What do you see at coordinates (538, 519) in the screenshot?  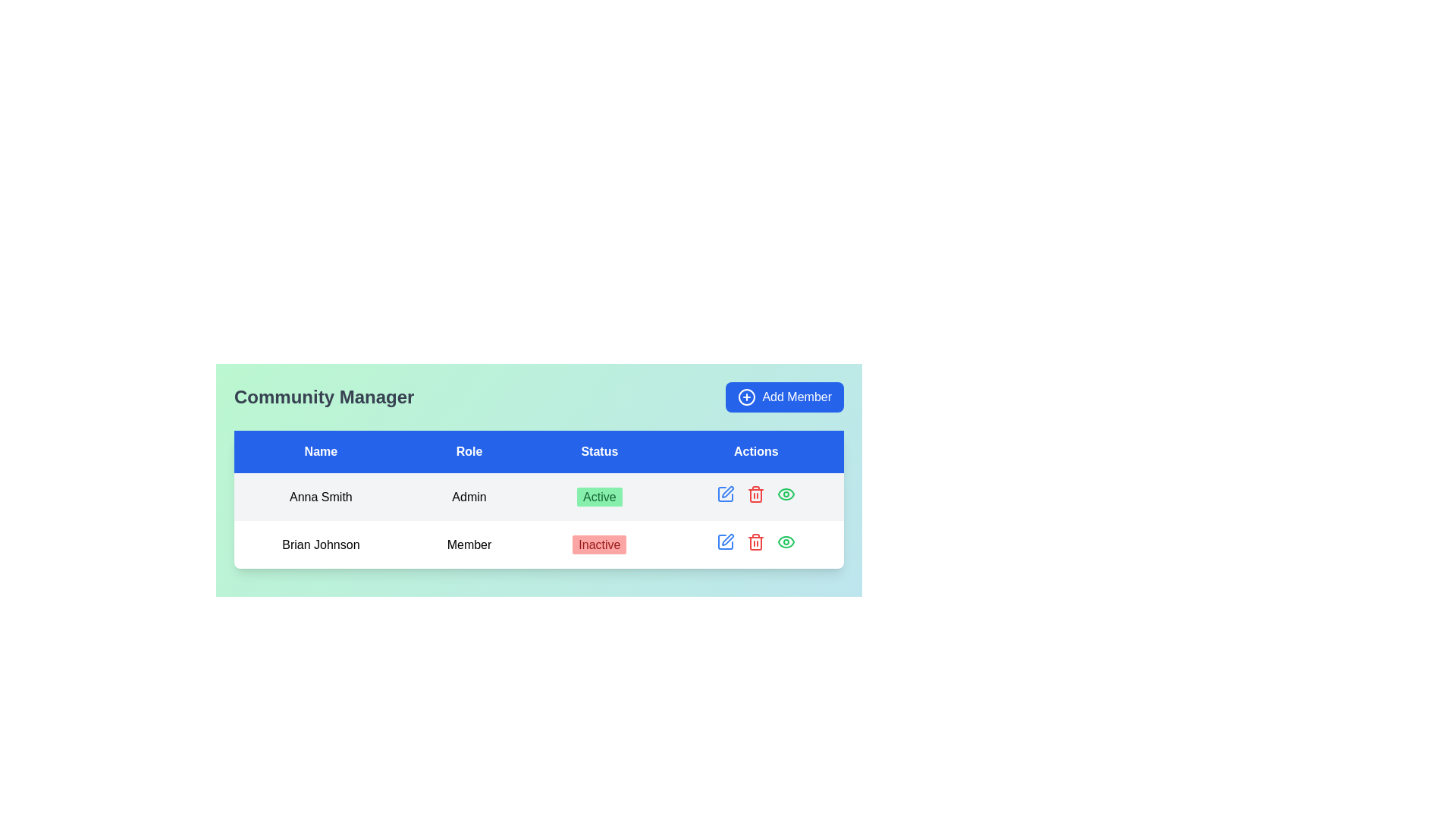 I see `textual content of the second row in the table titled 'Community Manager', which displays the name 'Brian Johnson', the role 'Member', and the status 'Inactive' highlighted in red` at bounding box center [538, 519].